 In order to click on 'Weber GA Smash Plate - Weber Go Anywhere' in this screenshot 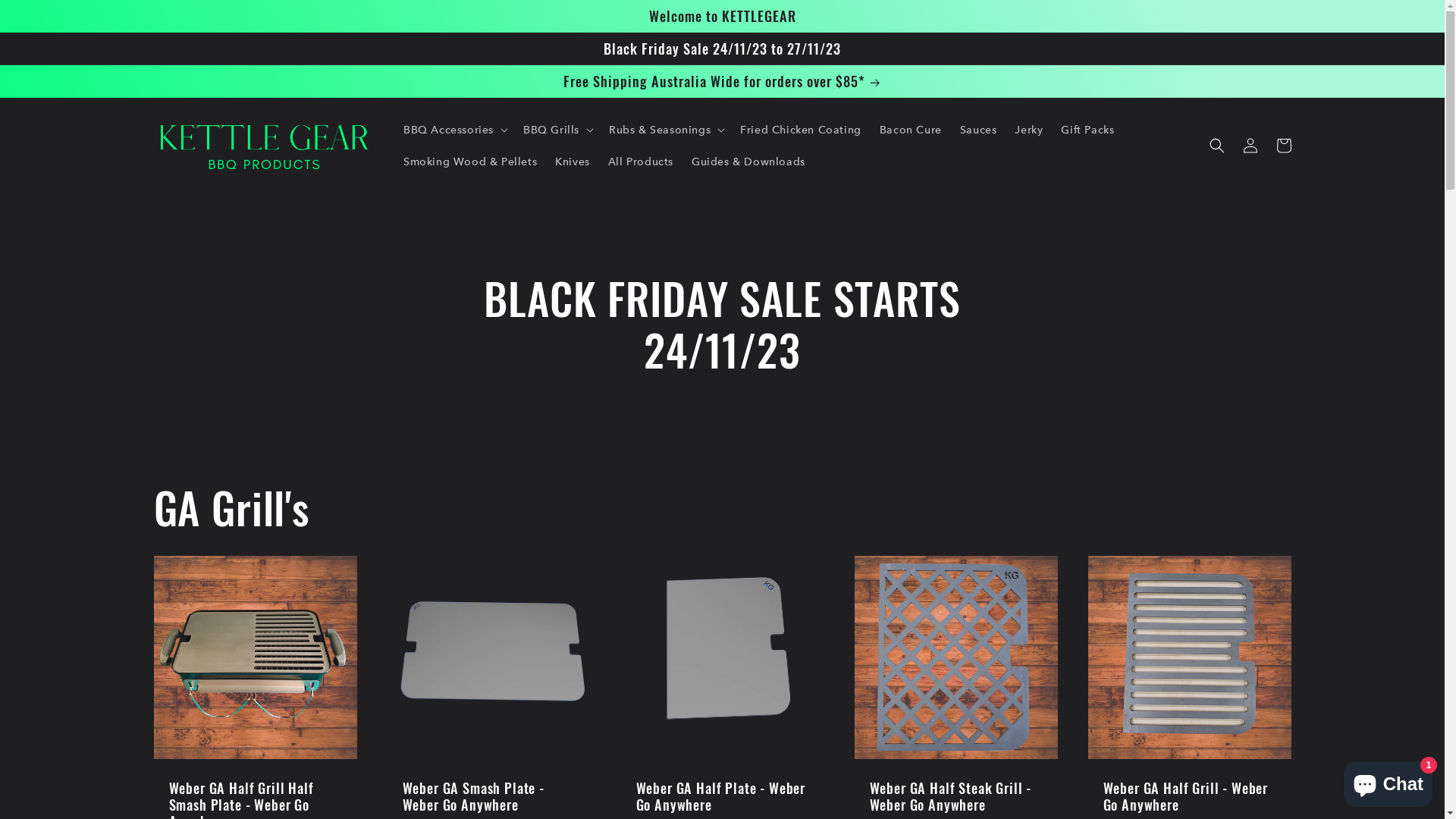, I will do `click(488, 795)`.